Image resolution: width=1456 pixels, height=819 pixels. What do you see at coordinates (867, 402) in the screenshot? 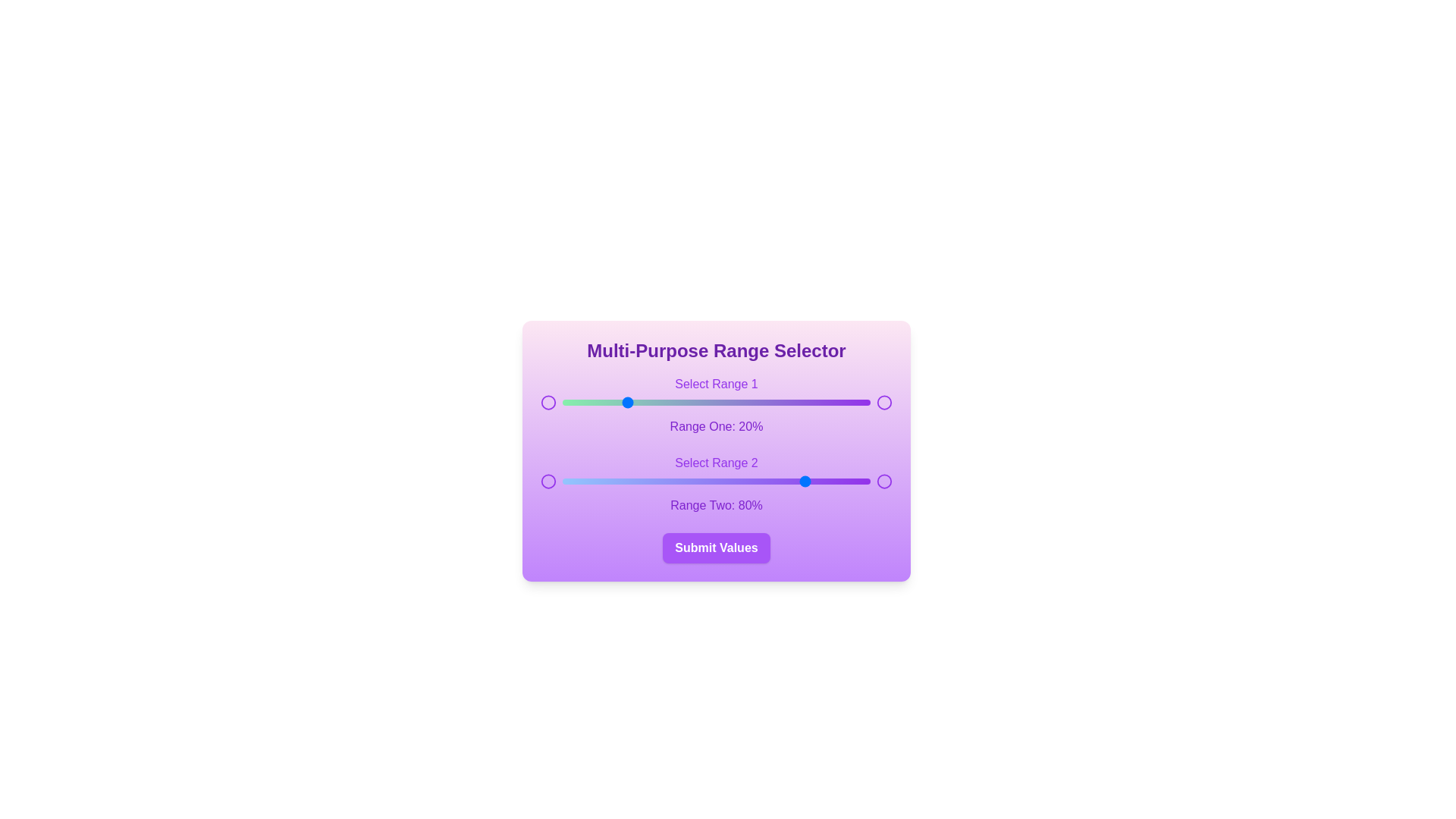
I see `the slider handle to set the value to 99% for the selected range` at bounding box center [867, 402].